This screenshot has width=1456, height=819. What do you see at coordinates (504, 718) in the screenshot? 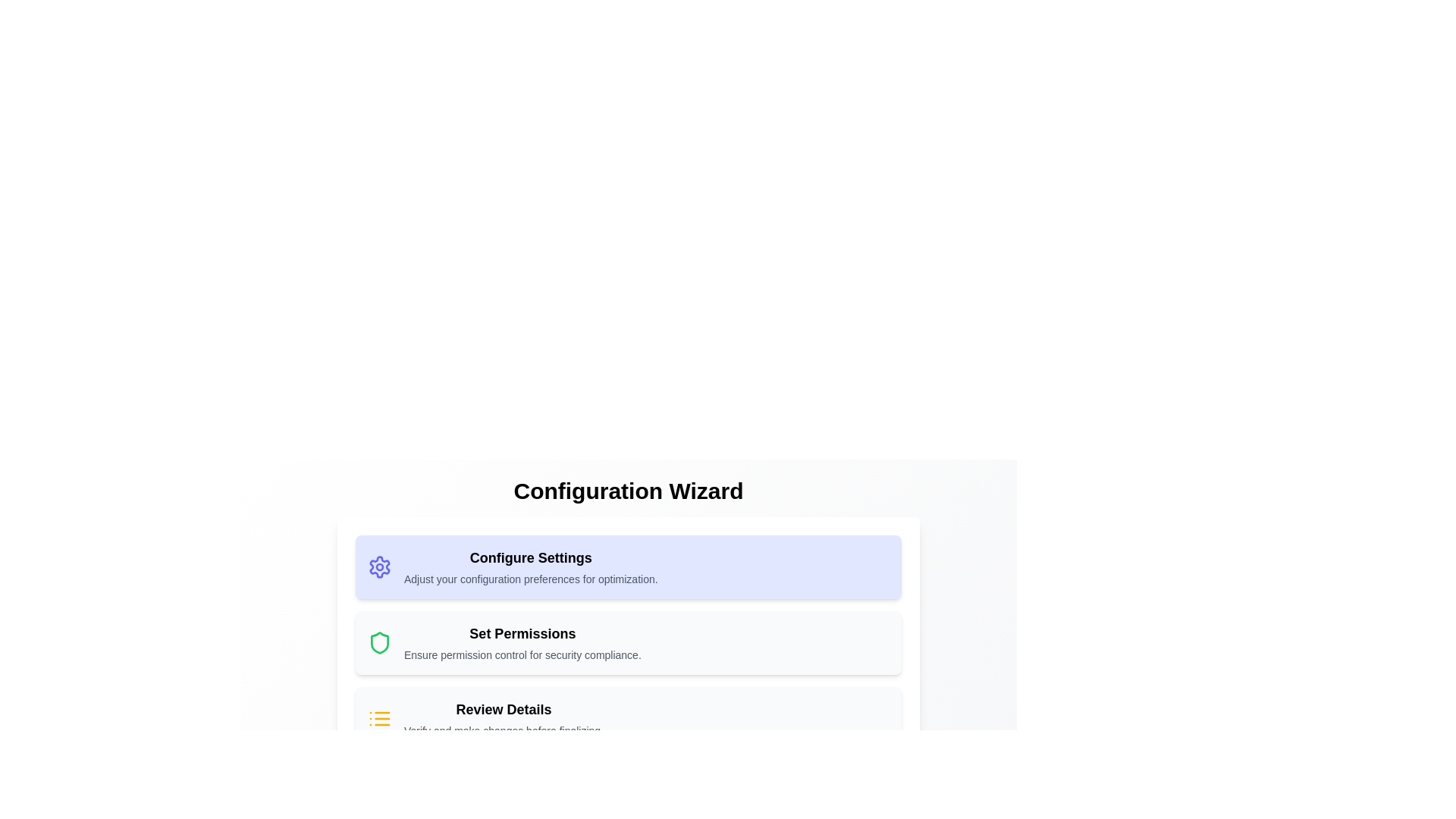
I see `text displayed in the card titled 'Review Details' with the subtitle 'Verify and make changes before finalizing.' This card is the third in a vertical list under the heading 'Configuration Wizard.'` at bounding box center [504, 718].